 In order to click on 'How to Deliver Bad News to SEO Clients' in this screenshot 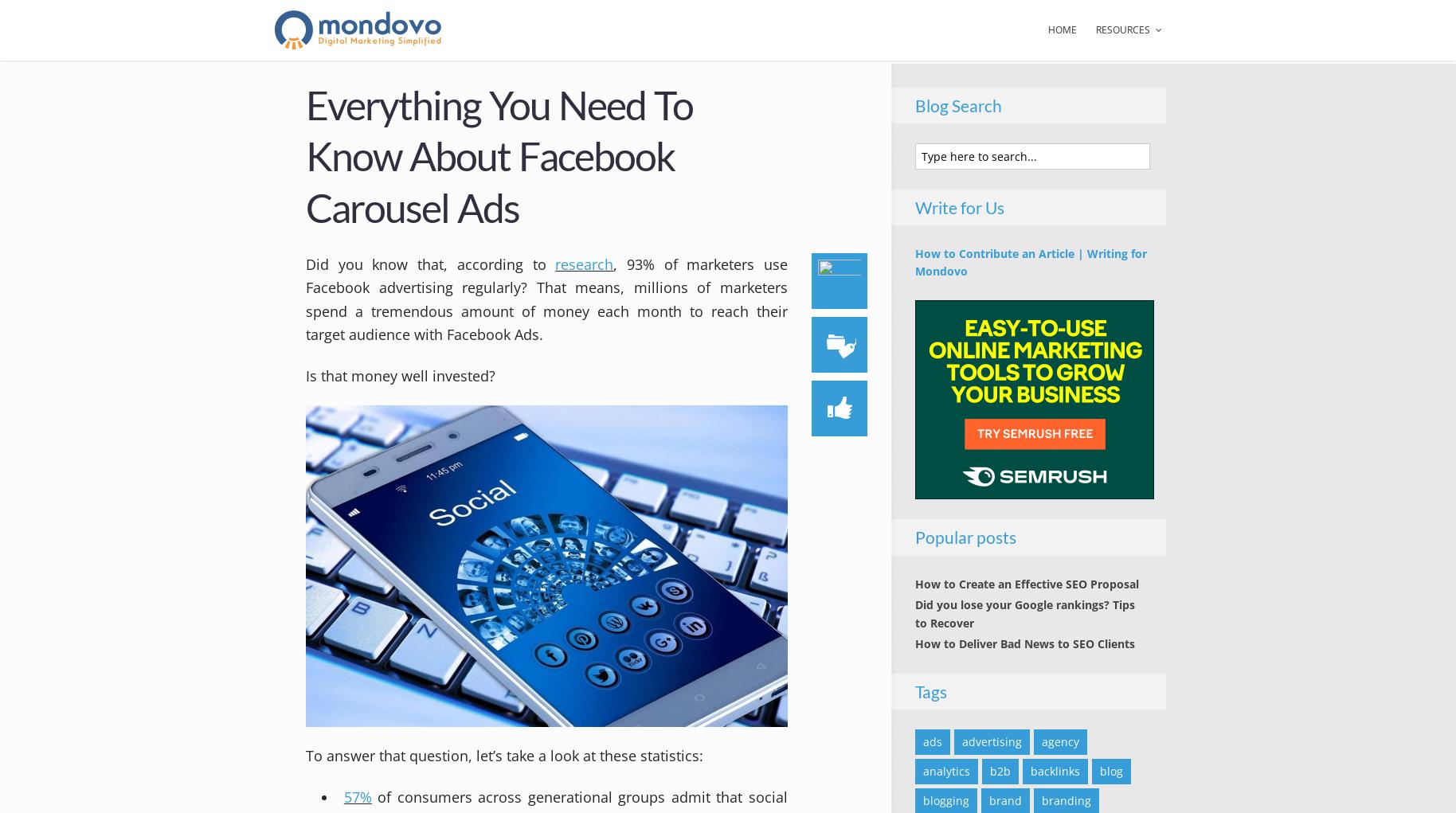, I will do `click(1024, 643)`.